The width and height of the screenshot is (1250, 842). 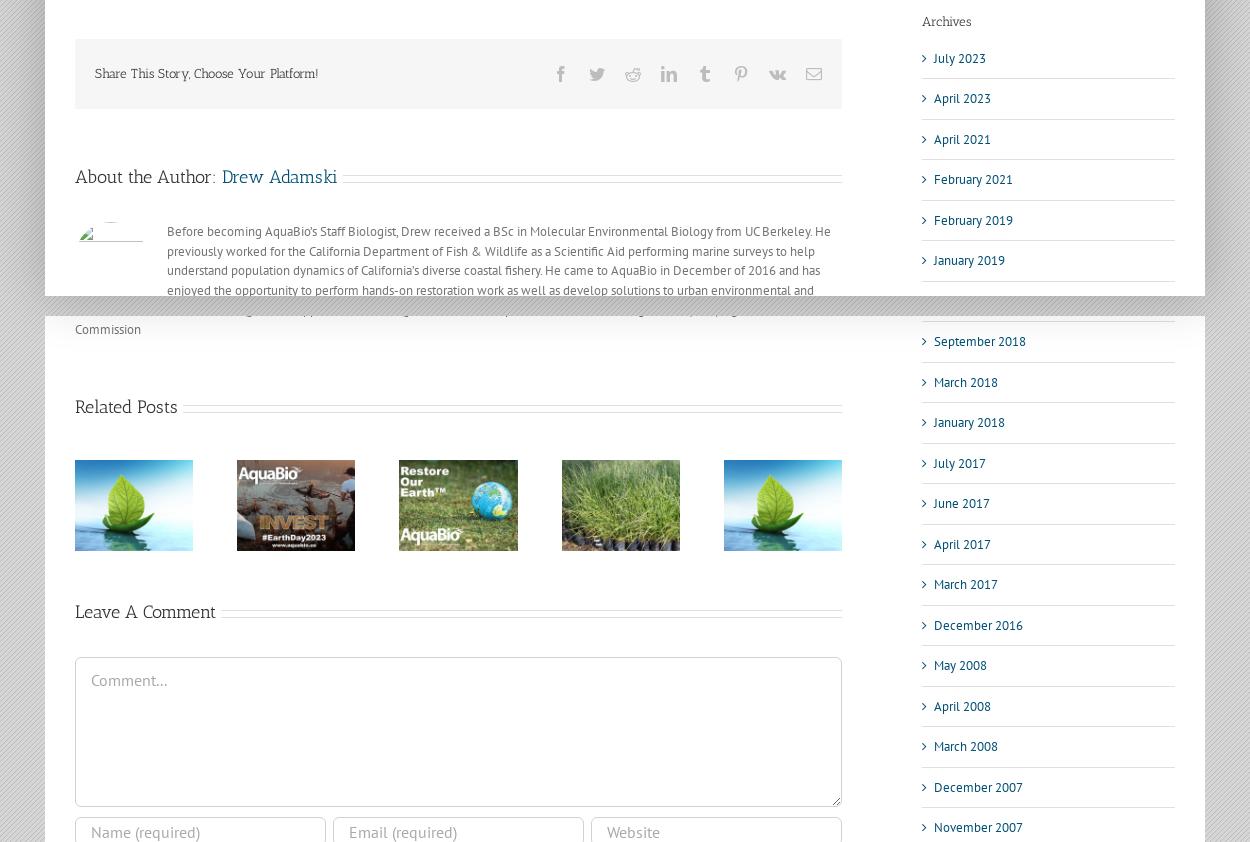 What do you see at coordinates (965, 746) in the screenshot?
I see `'March 2008'` at bounding box center [965, 746].